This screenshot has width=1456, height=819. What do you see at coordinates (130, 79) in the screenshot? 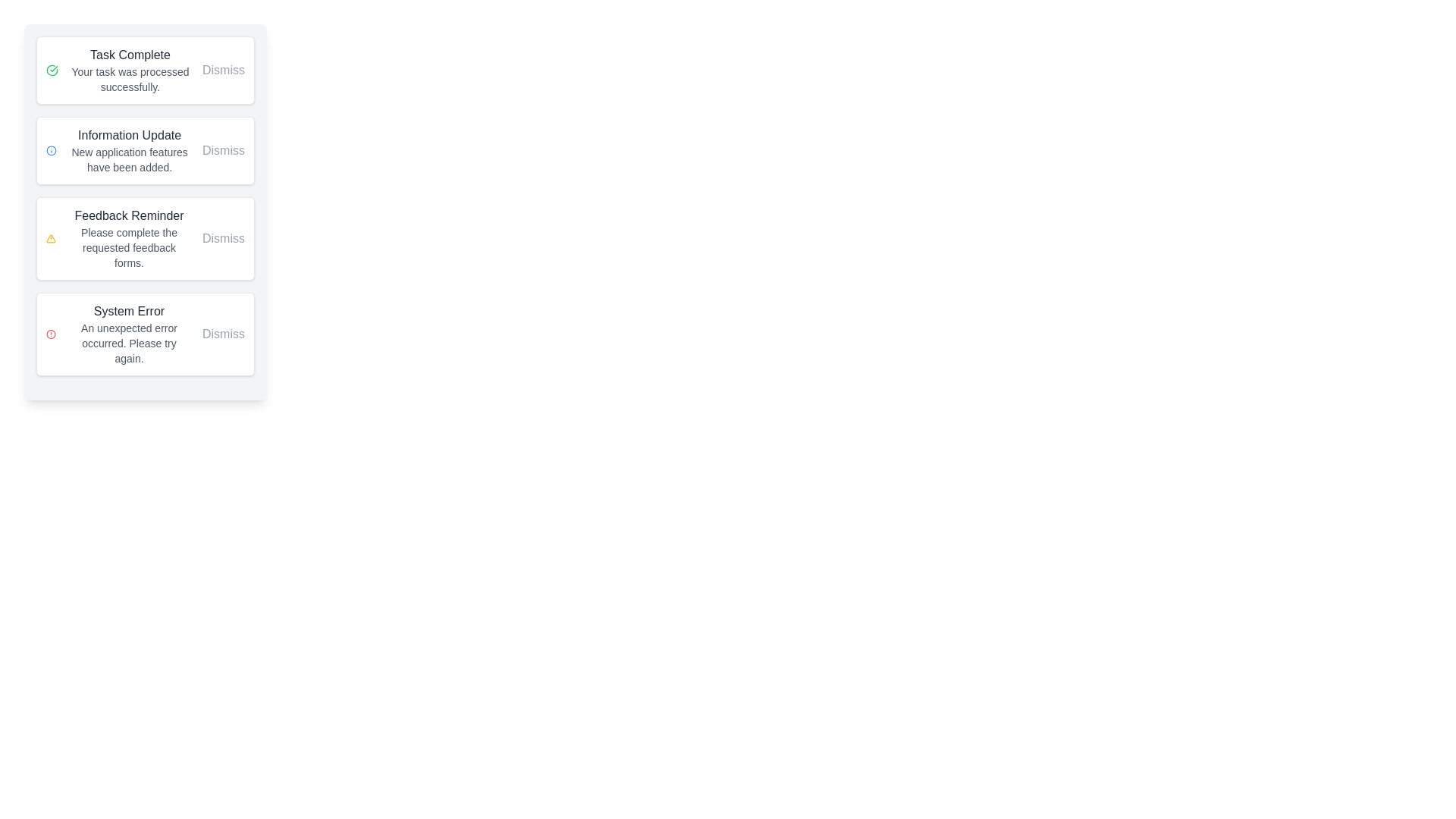
I see `the static text that reads 'Your task was processed successfully.' positioned below the bold text 'Task Complete.'` at bounding box center [130, 79].